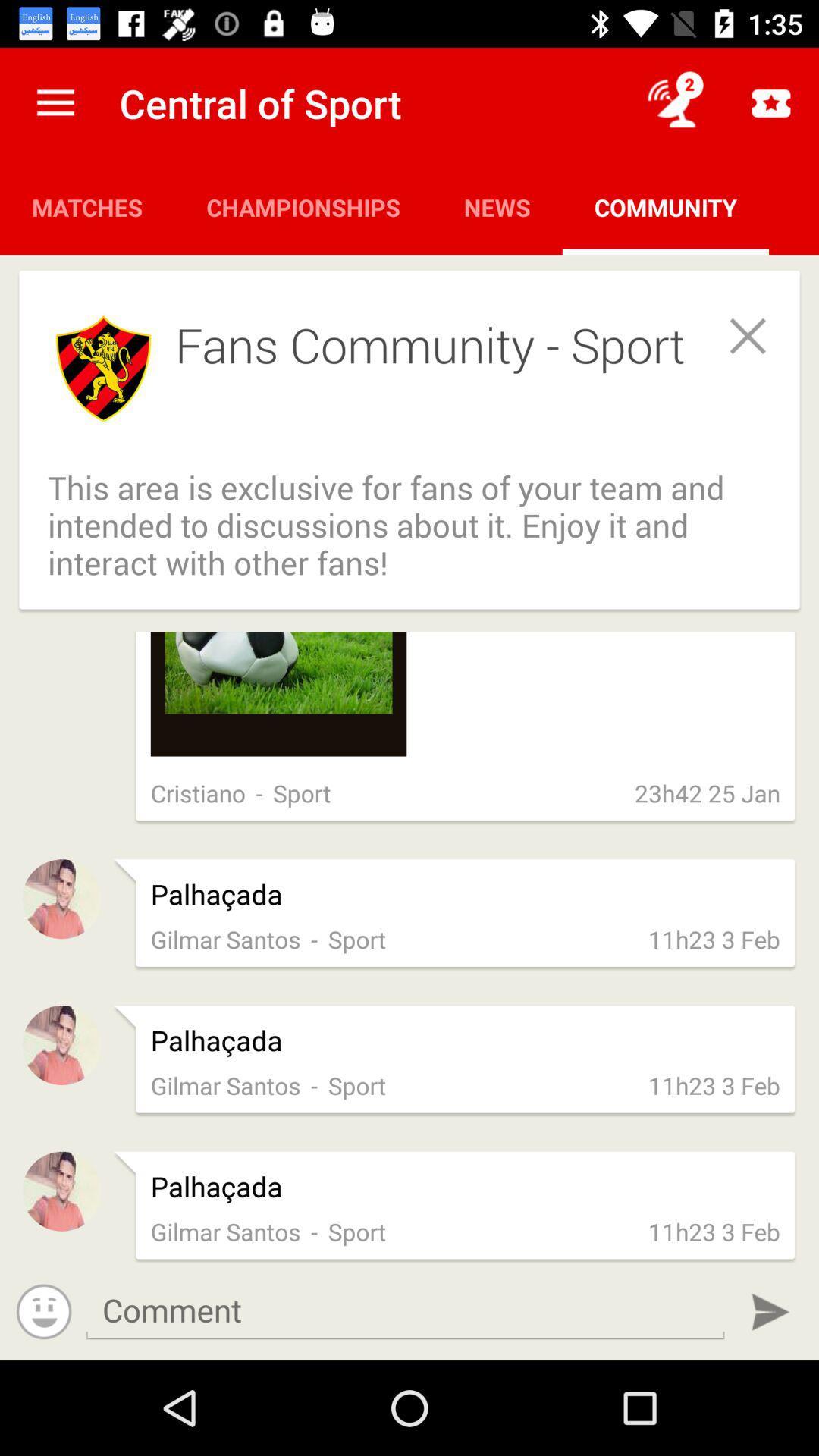  I want to click on the emoji icon, so click(43, 1310).